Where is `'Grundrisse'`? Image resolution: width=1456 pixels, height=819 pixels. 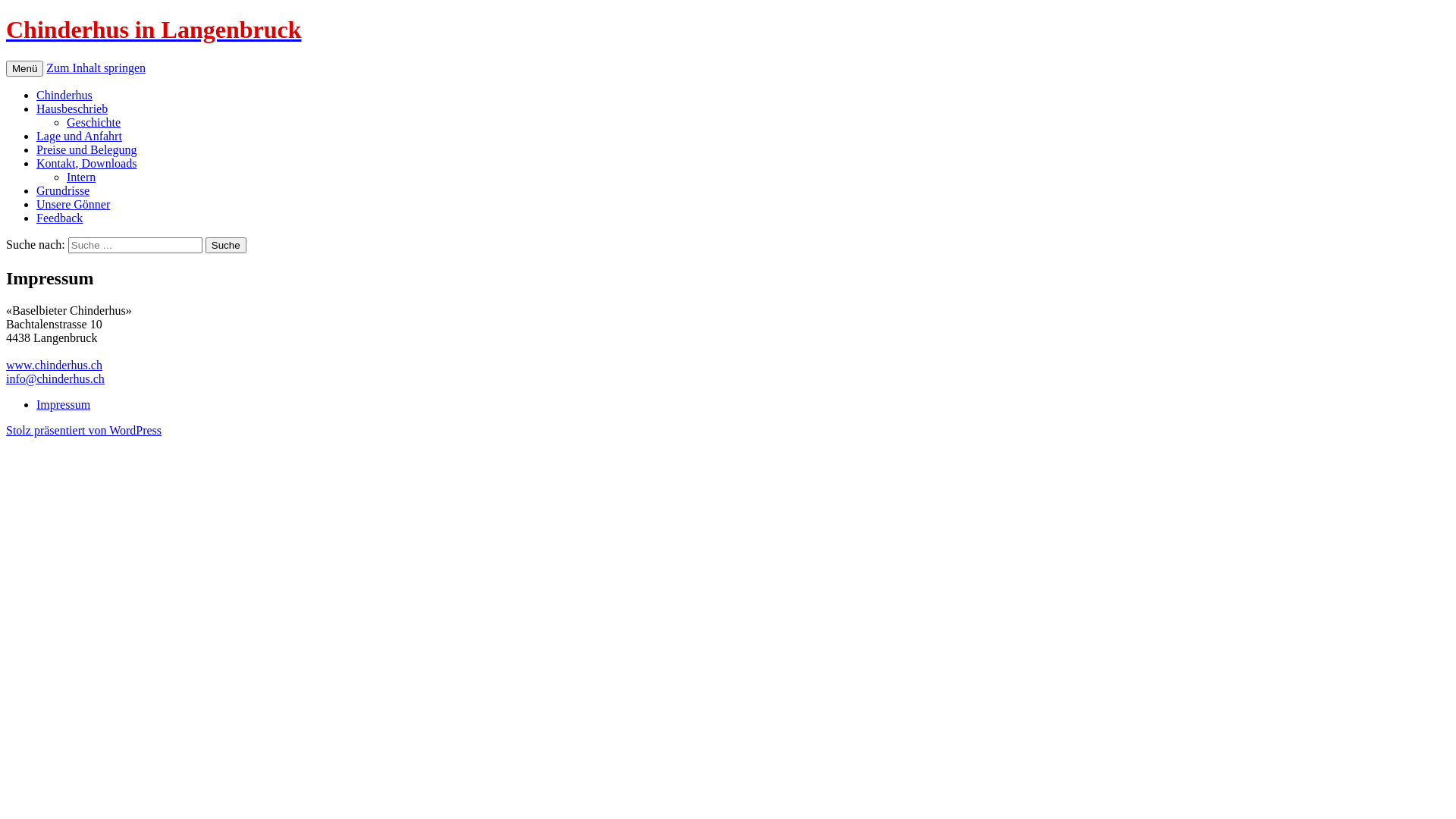 'Grundrisse' is located at coordinates (61, 190).